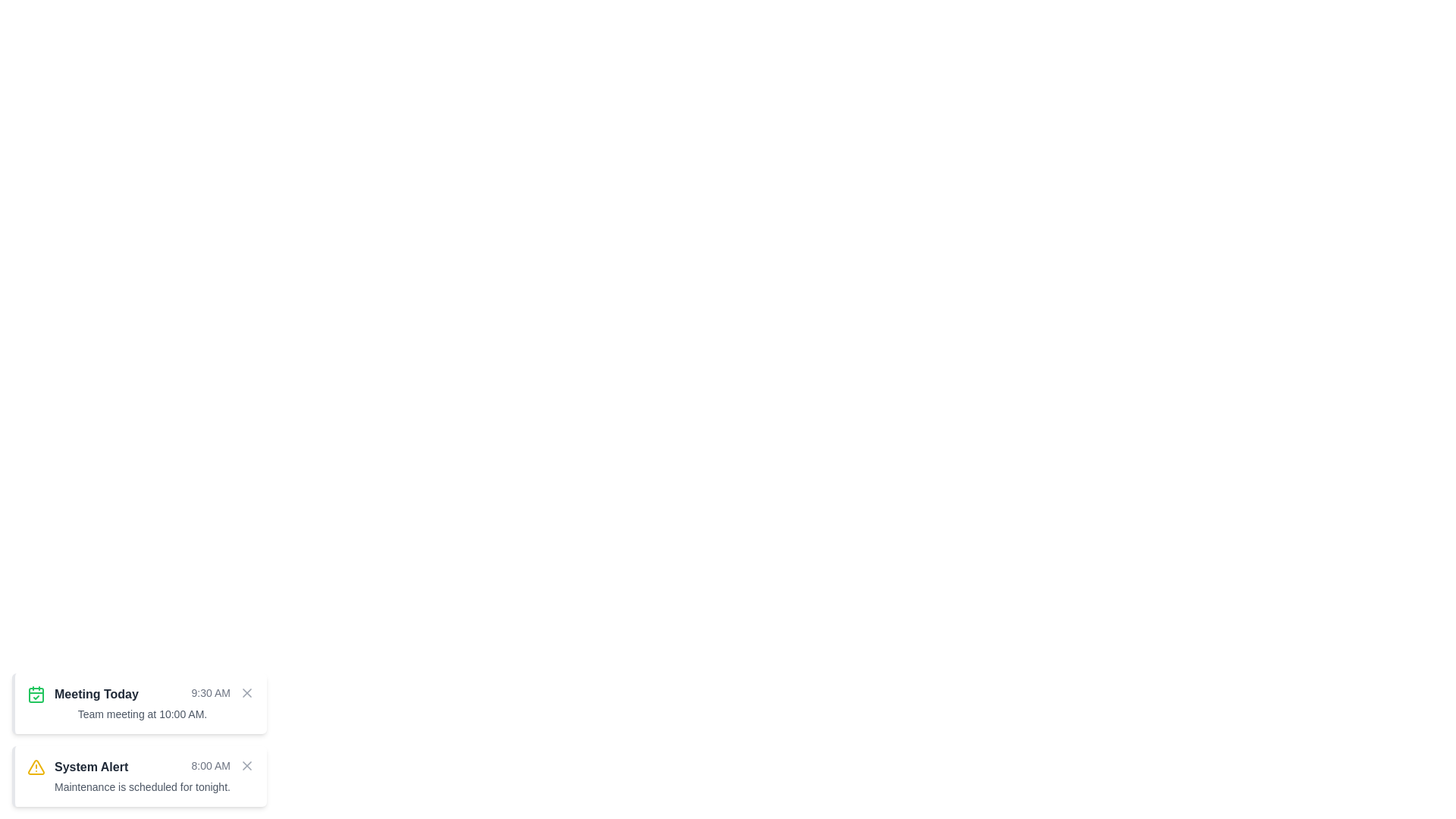 This screenshot has height=819, width=1456. I want to click on the gray 'X' icon button located at the top-right corner of the 'Meeting Today' notification card, so click(247, 693).